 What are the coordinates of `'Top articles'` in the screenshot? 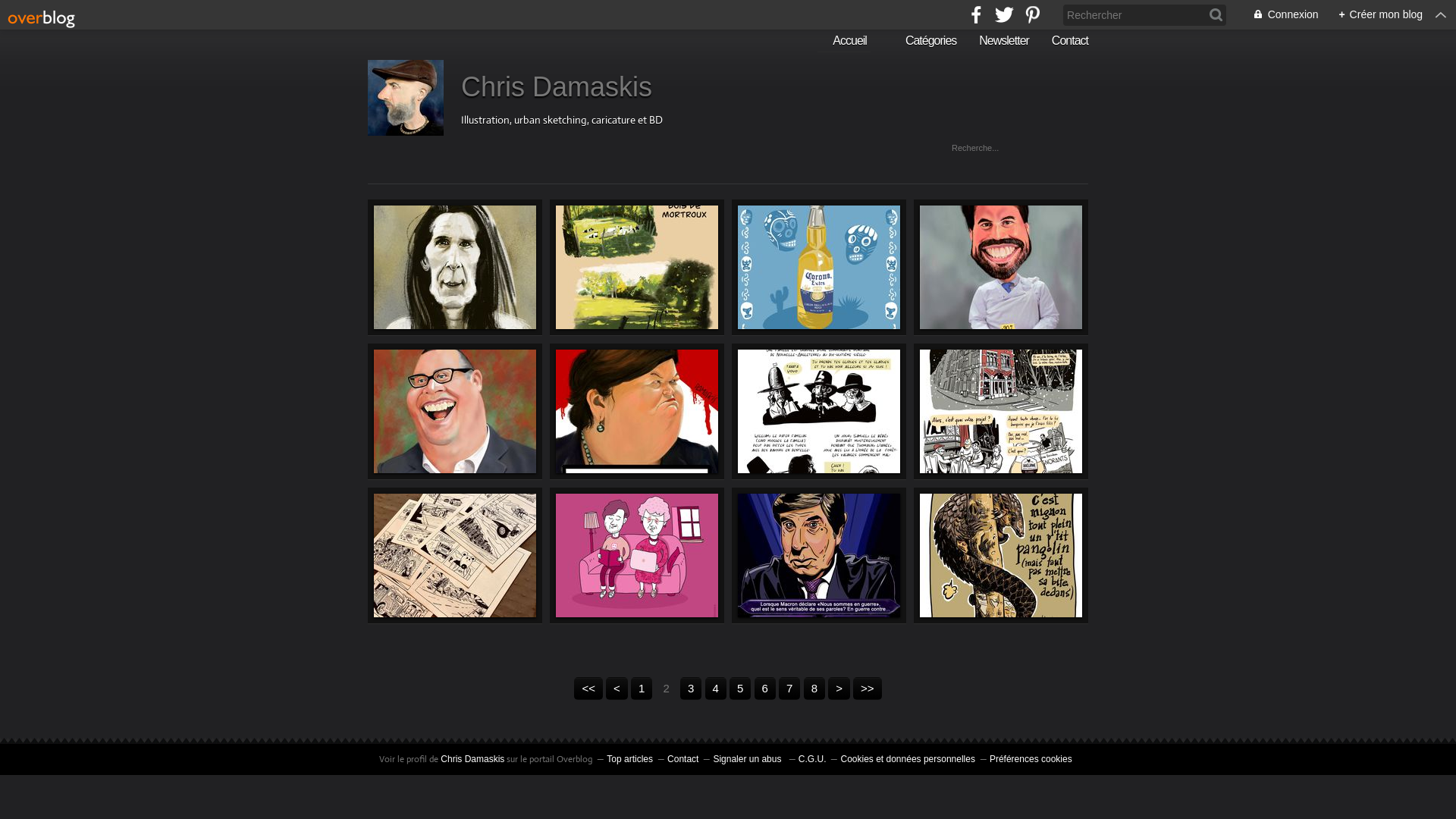 It's located at (629, 759).